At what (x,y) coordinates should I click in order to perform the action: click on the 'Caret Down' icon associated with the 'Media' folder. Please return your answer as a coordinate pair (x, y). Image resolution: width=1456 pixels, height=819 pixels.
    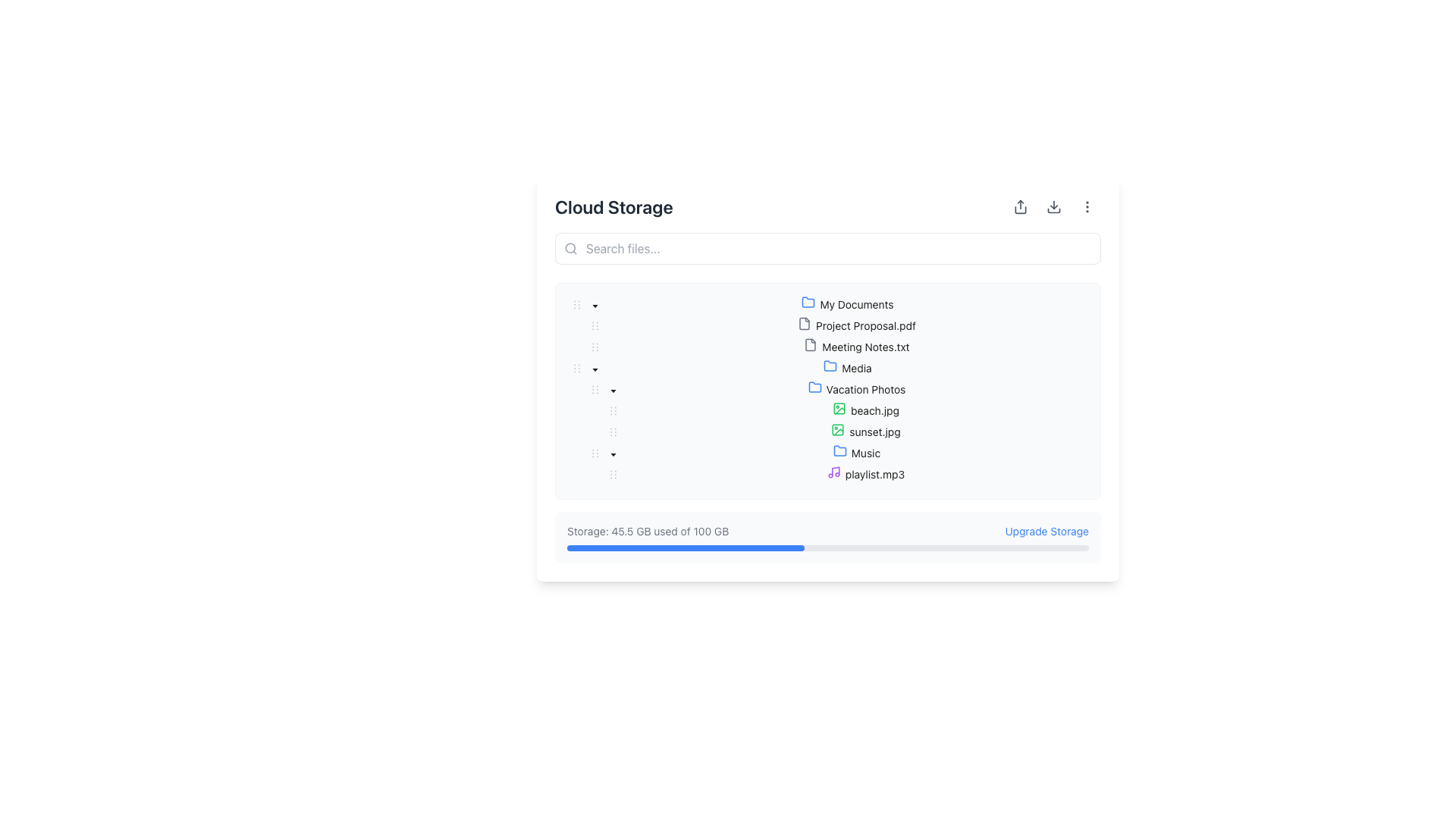
    Looking at the image, I should click on (613, 391).